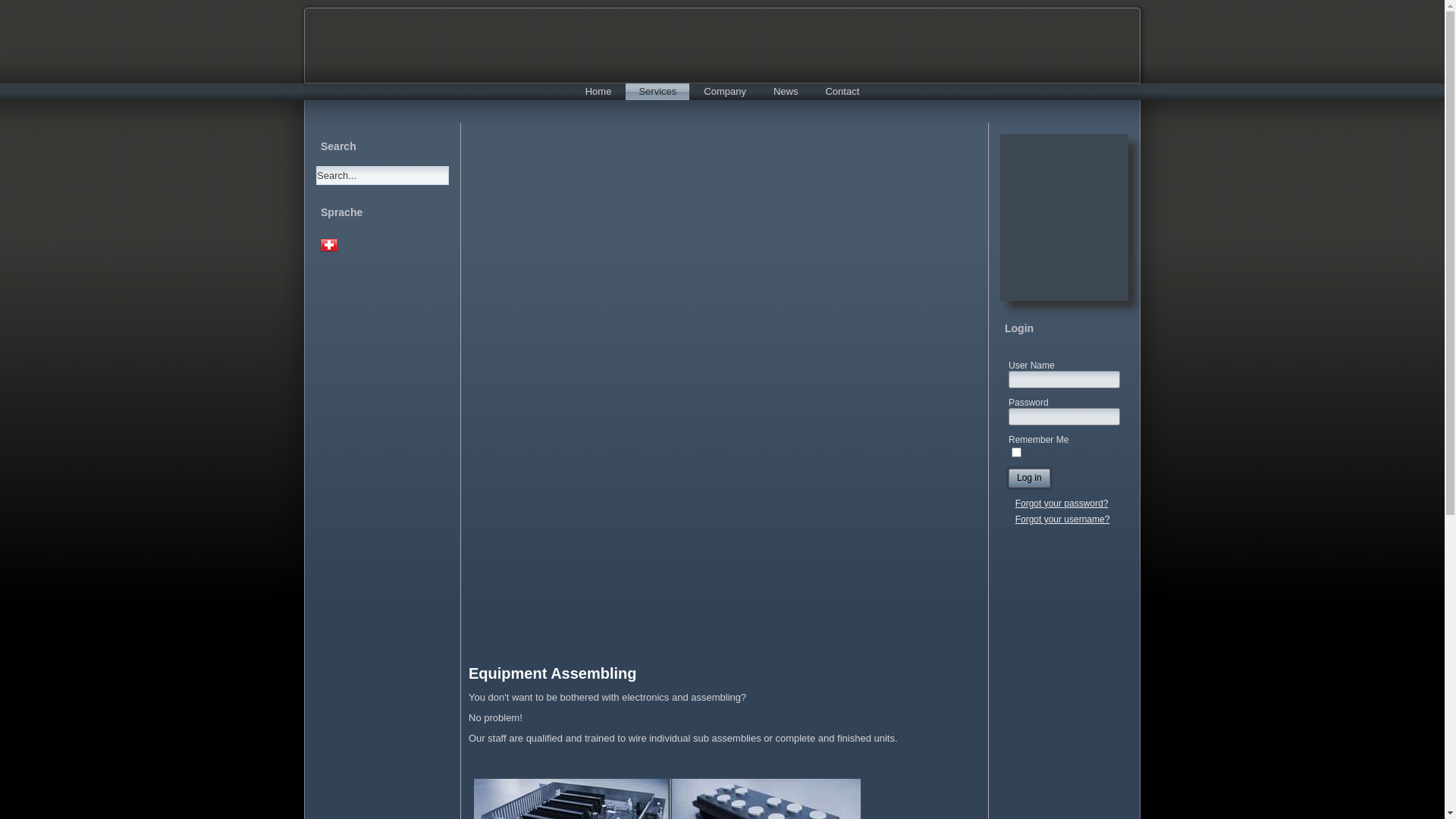  Describe the element at coordinates (1029, 478) in the screenshot. I see `'Log in'` at that location.